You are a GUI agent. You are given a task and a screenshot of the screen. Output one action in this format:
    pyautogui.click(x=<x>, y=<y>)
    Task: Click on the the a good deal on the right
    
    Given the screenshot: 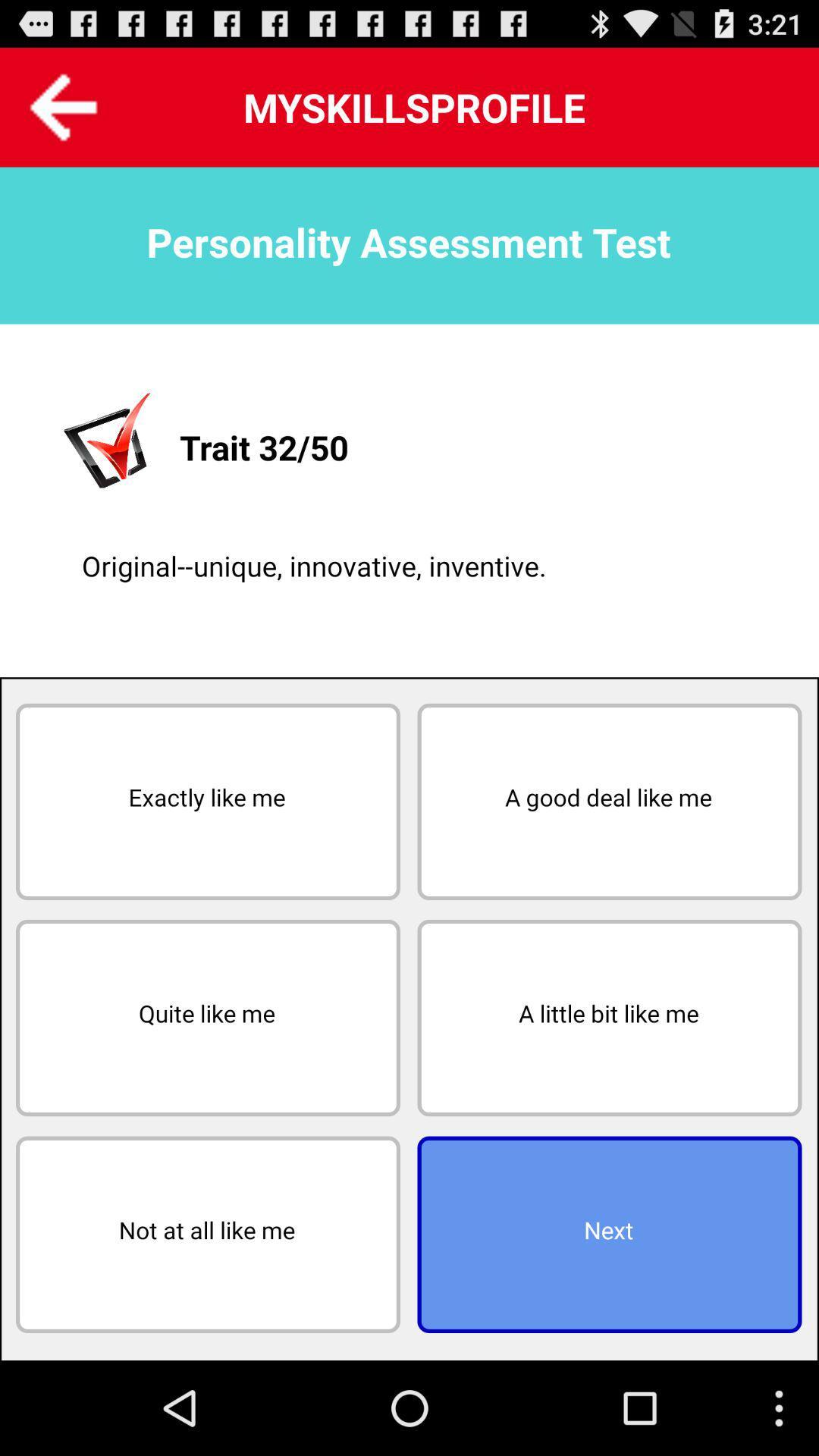 What is the action you would take?
    pyautogui.click(x=608, y=801)
    